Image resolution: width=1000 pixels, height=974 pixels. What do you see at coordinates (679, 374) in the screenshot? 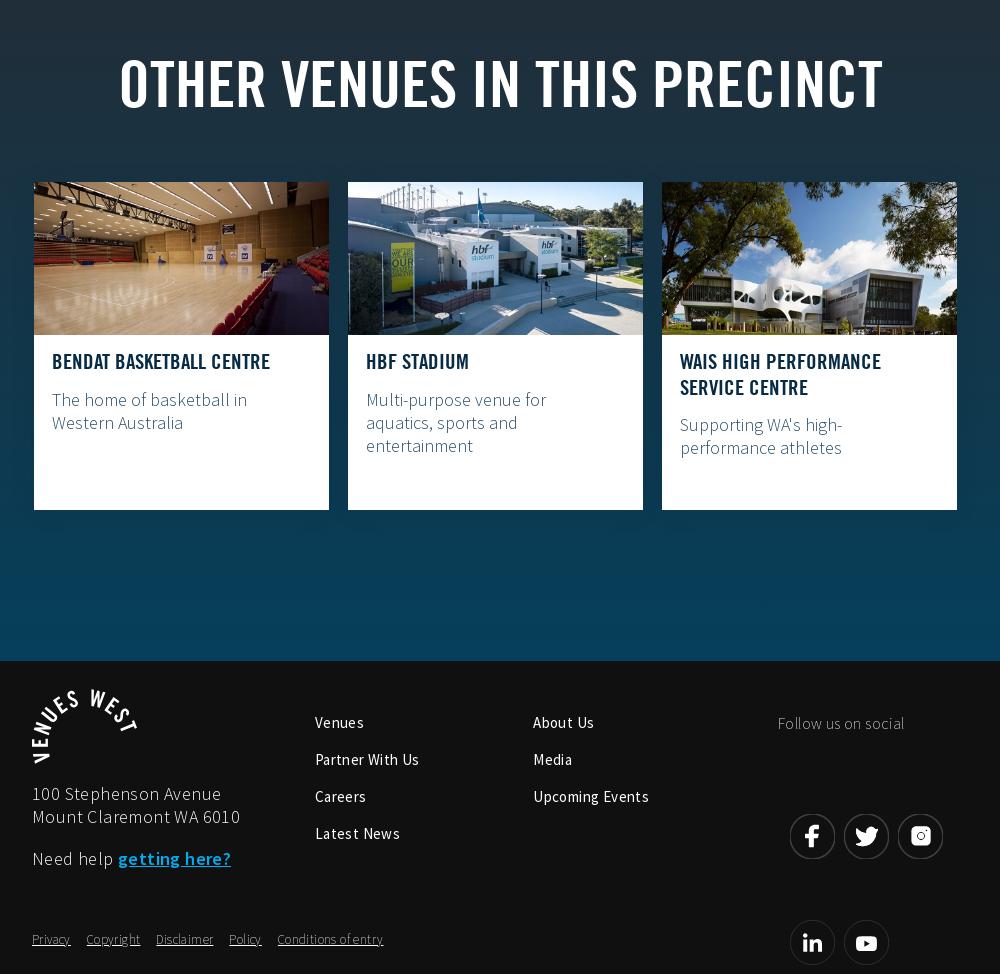
I see `'WAIS High Performance Service Centre'` at bounding box center [679, 374].